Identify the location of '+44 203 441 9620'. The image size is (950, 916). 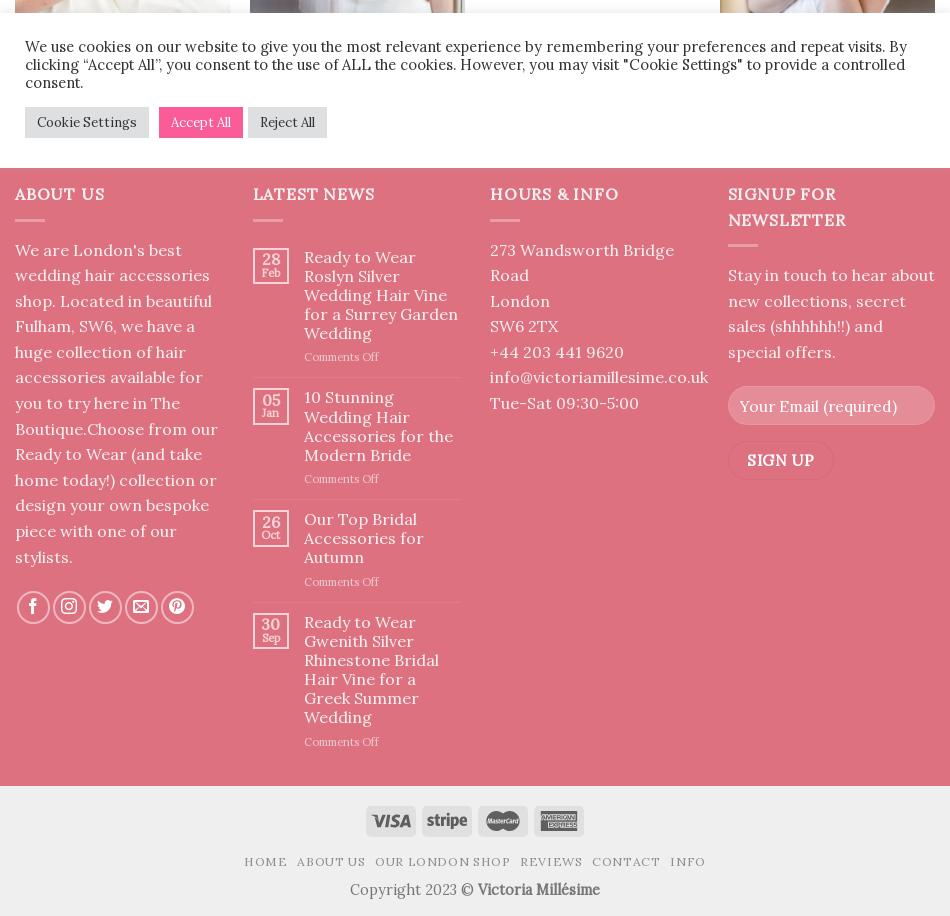
(556, 351).